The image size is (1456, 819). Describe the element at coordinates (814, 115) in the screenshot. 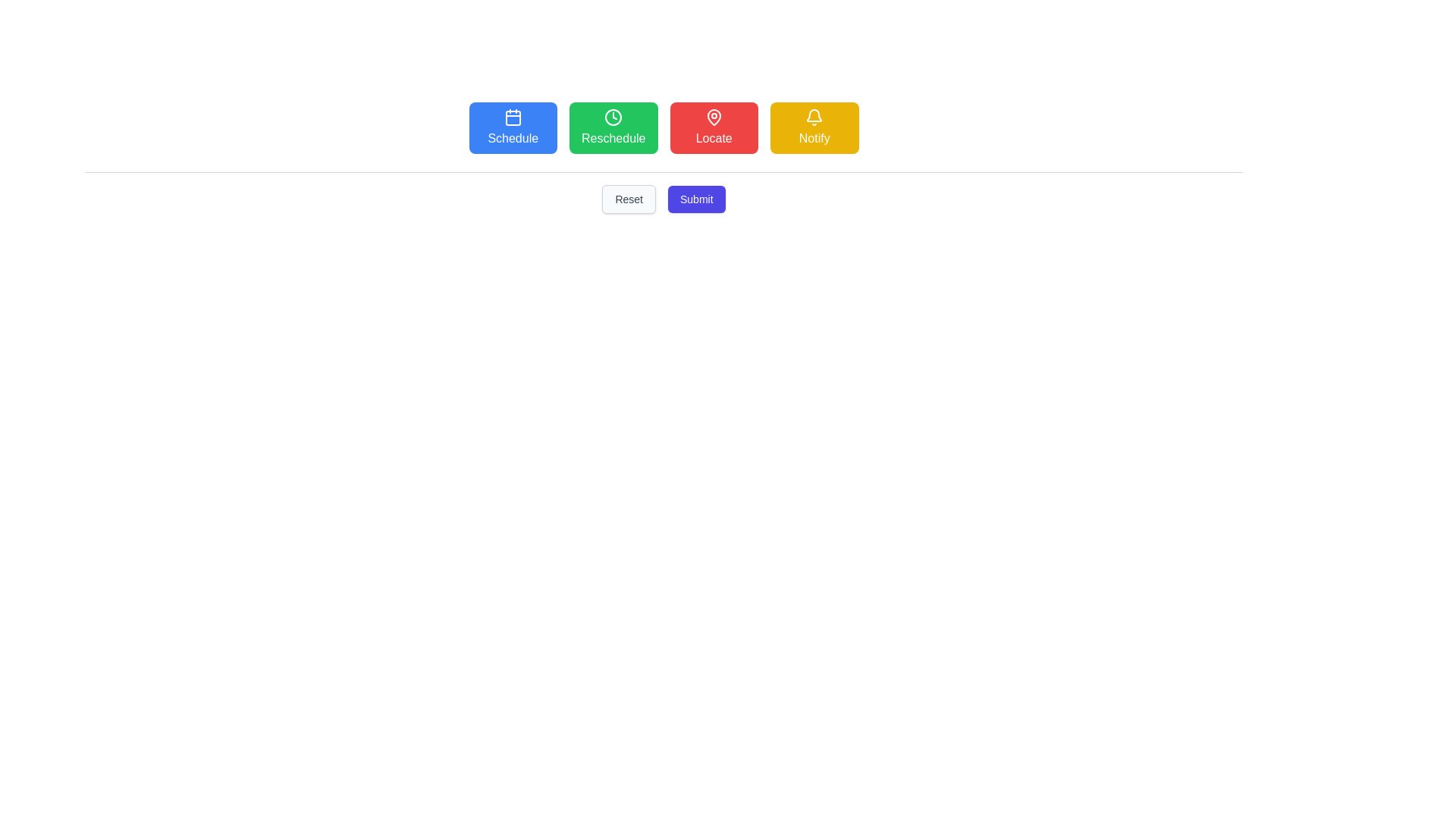

I see `the bell-shaped icon located within the yellow button labeled 'Notify', which is centrally positioned within the button` at that location.